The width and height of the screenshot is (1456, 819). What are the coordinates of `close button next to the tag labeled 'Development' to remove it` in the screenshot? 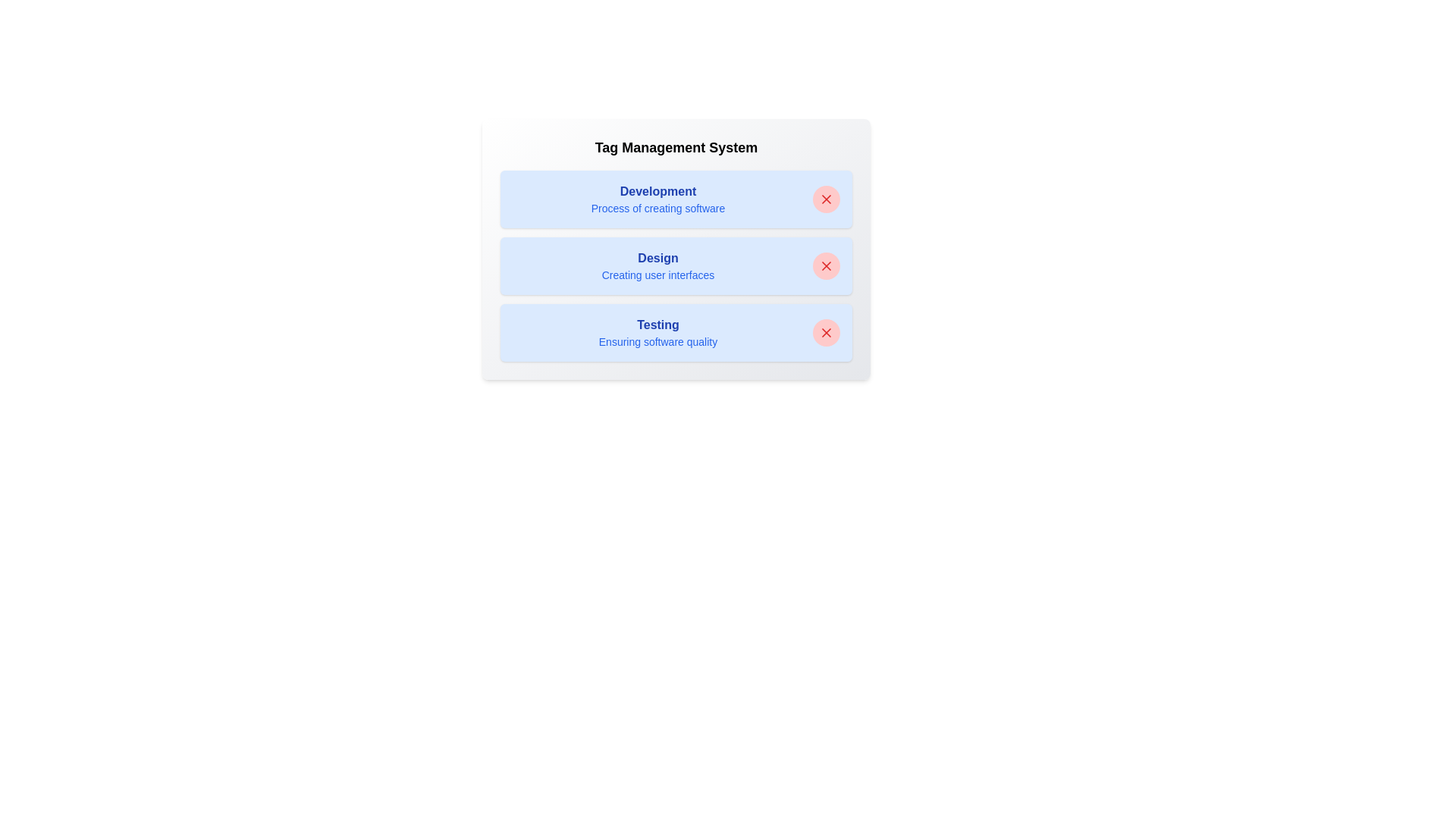 It's located at (825, 198).